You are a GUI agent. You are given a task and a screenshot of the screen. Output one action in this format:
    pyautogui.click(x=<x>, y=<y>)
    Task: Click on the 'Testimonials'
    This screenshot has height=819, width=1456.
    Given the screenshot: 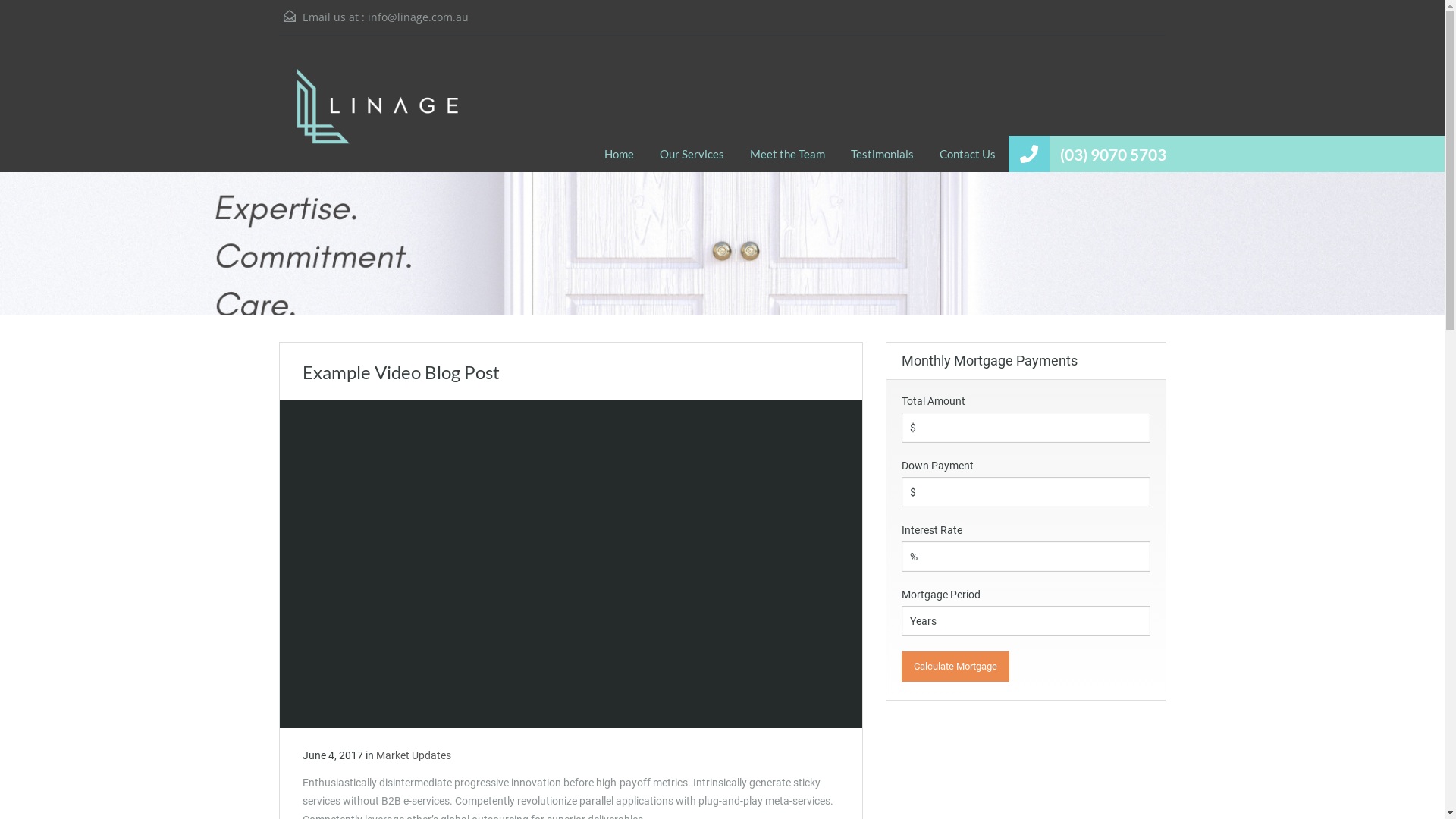 What is the action you would take?
    pyautogui.click(x=881, y=154)
    